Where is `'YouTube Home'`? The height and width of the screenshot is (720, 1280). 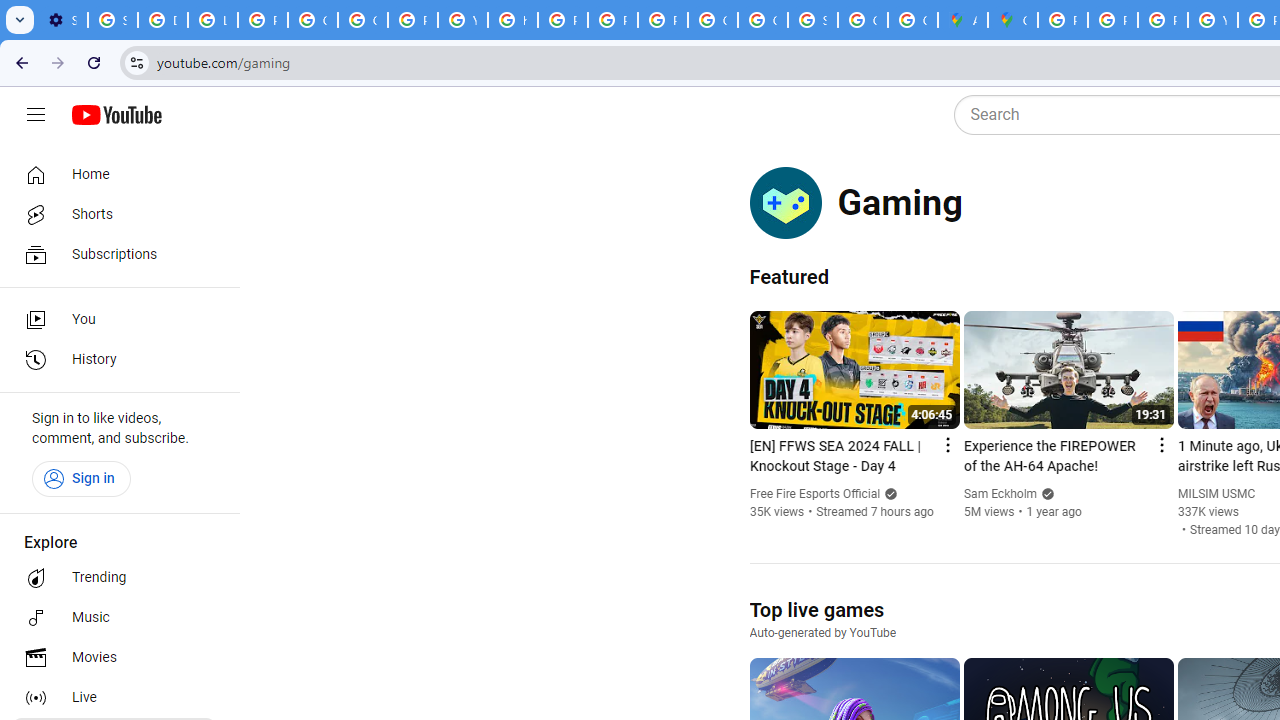 'YouTube Home' is located at coordinates (115, 115).